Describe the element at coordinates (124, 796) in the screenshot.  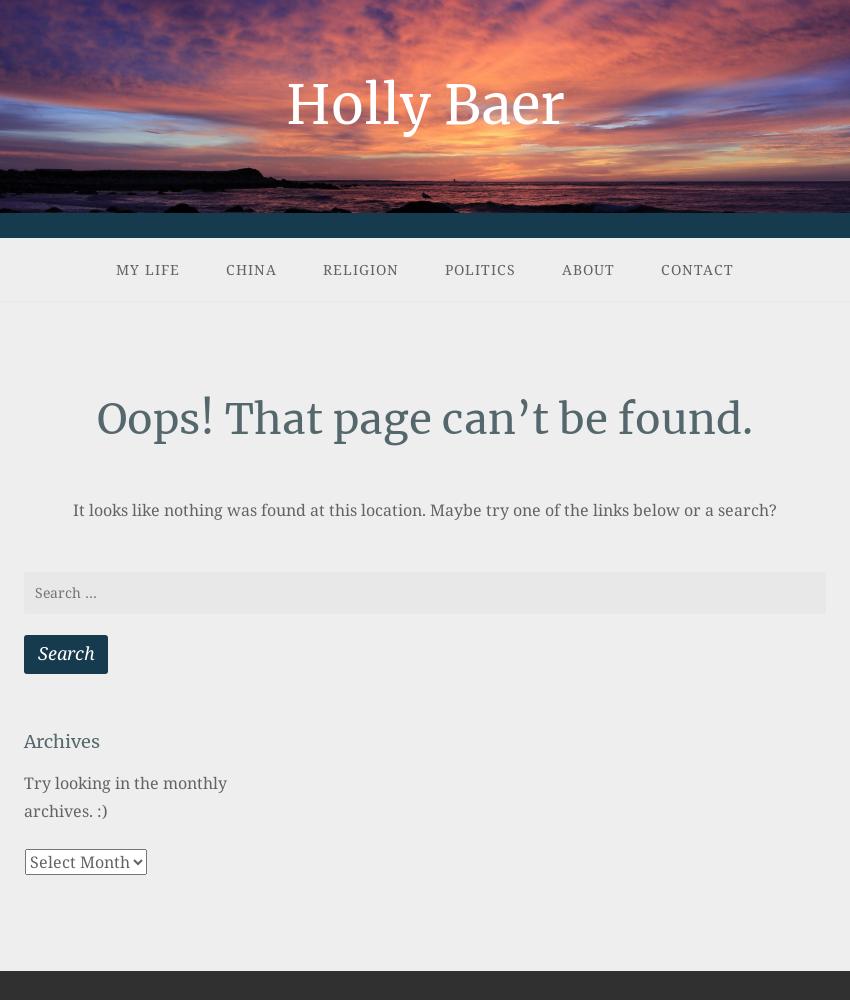
I see `'Try looking in the monthly archives. :)'` at that location.